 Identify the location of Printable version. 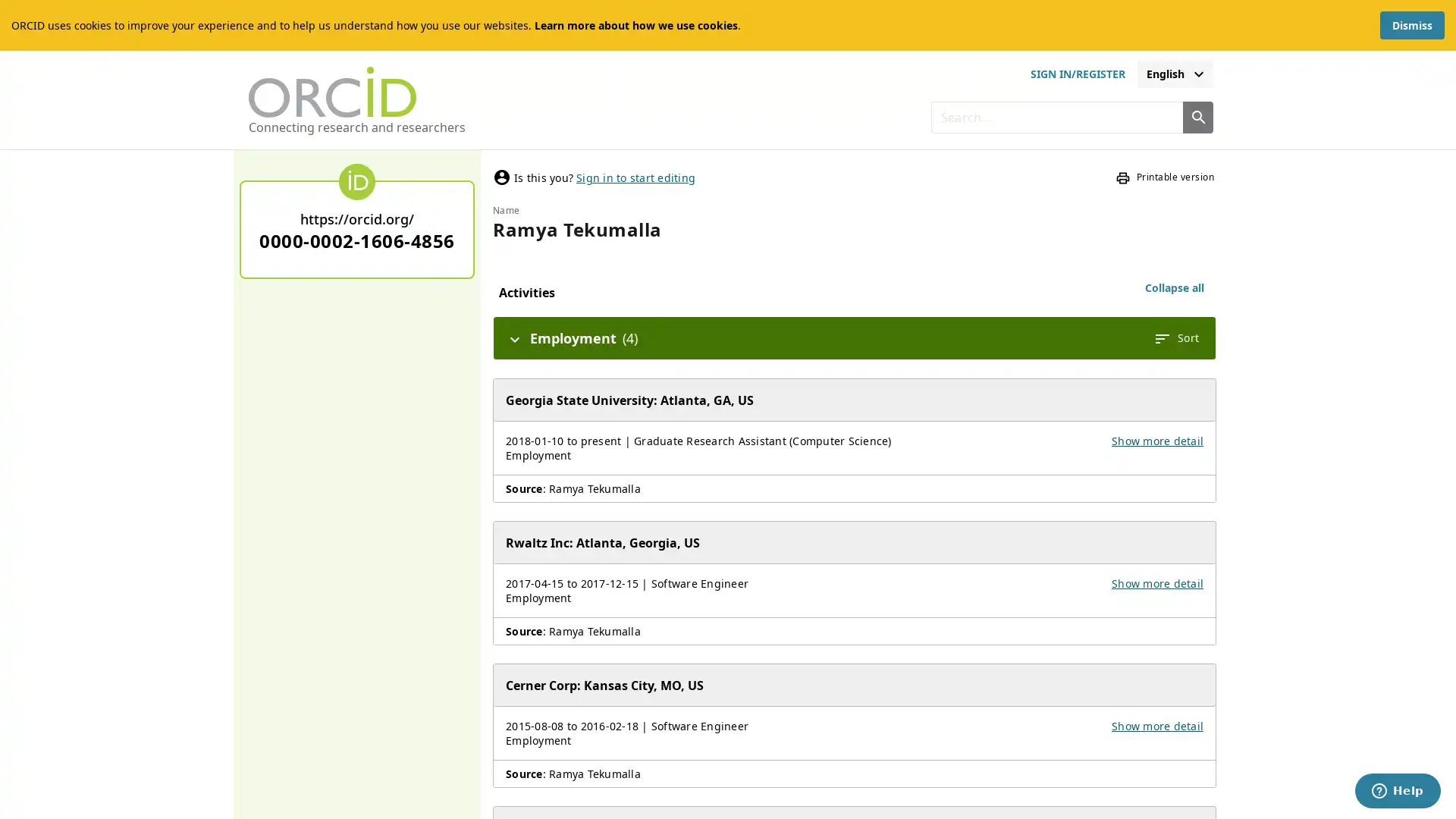
(1164, 177).